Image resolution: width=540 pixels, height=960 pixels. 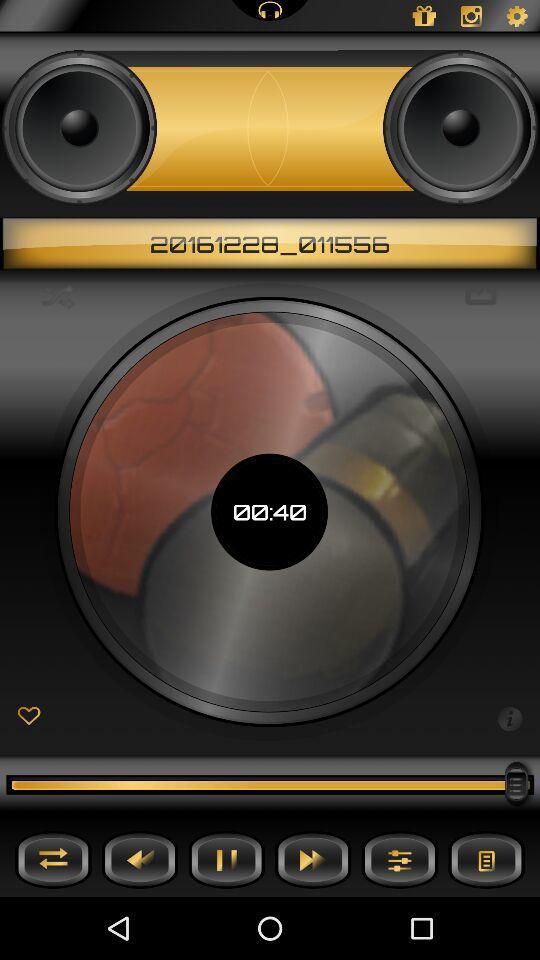 What do you see at coordinates (58, 295) in the screenshot?
I see `icon at the top left corner` at bounding box center [58, 295].